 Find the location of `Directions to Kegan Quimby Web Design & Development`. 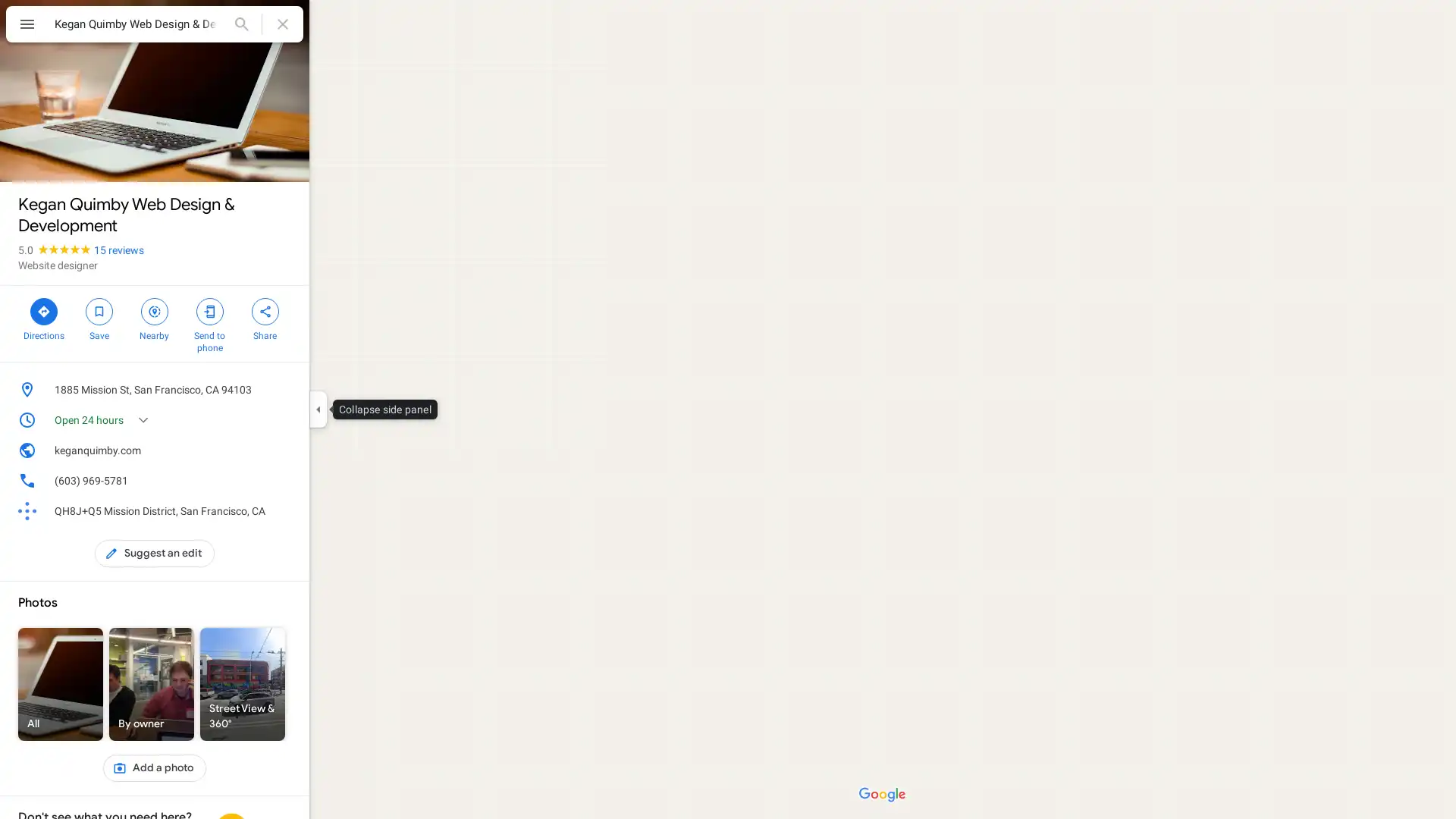

Directions to Kegan Quimby Web Design & Development is located at coordinates (43, 317).